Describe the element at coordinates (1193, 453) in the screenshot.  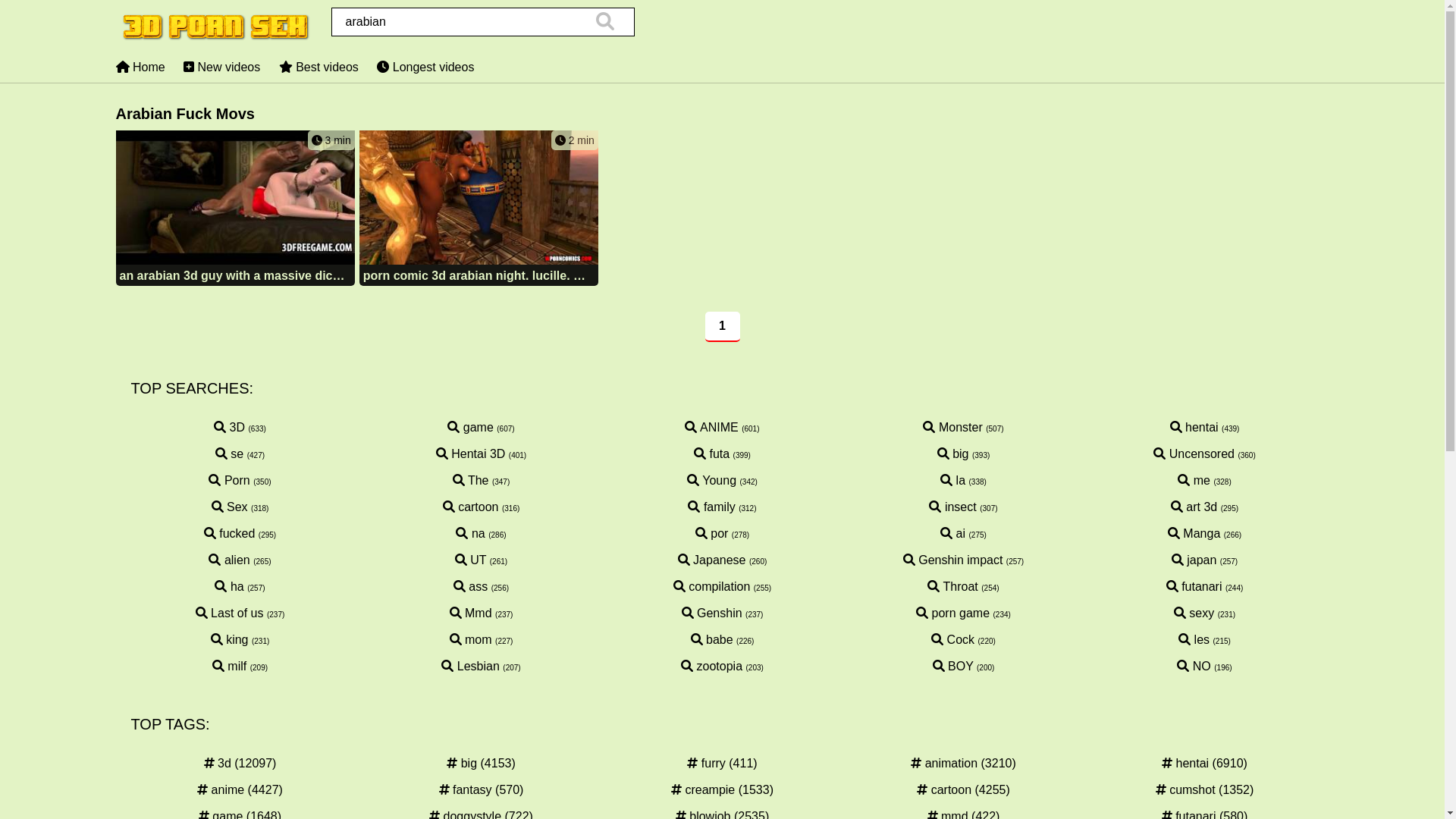
I see `'Uncensored'` at that location.